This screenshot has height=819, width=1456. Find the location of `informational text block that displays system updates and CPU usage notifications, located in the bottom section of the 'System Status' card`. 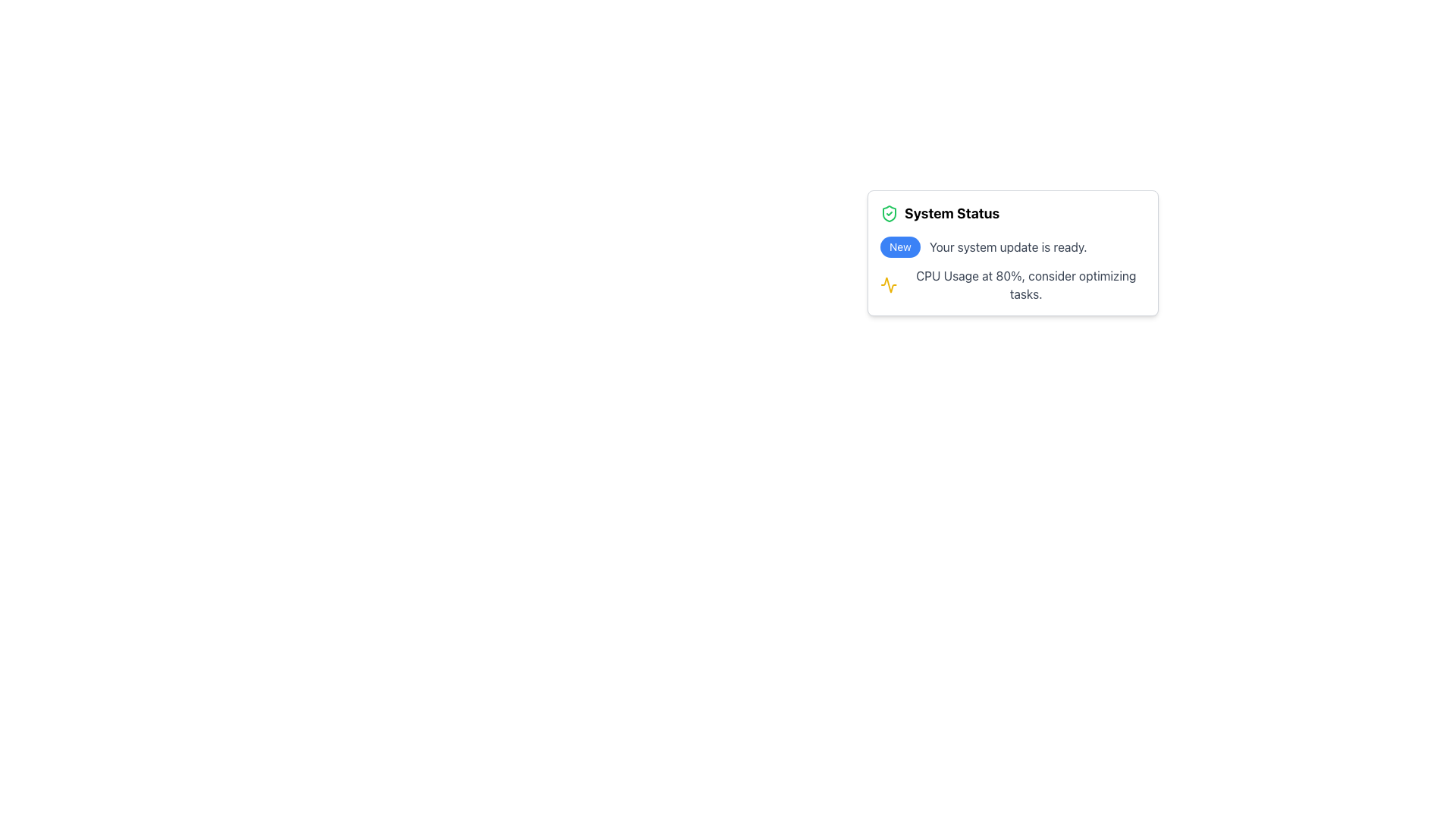

informational text block that displays system updates and CPU usage notifications, located in the bottom section of the 'System Status' card is located at coordinates (1012, 268).